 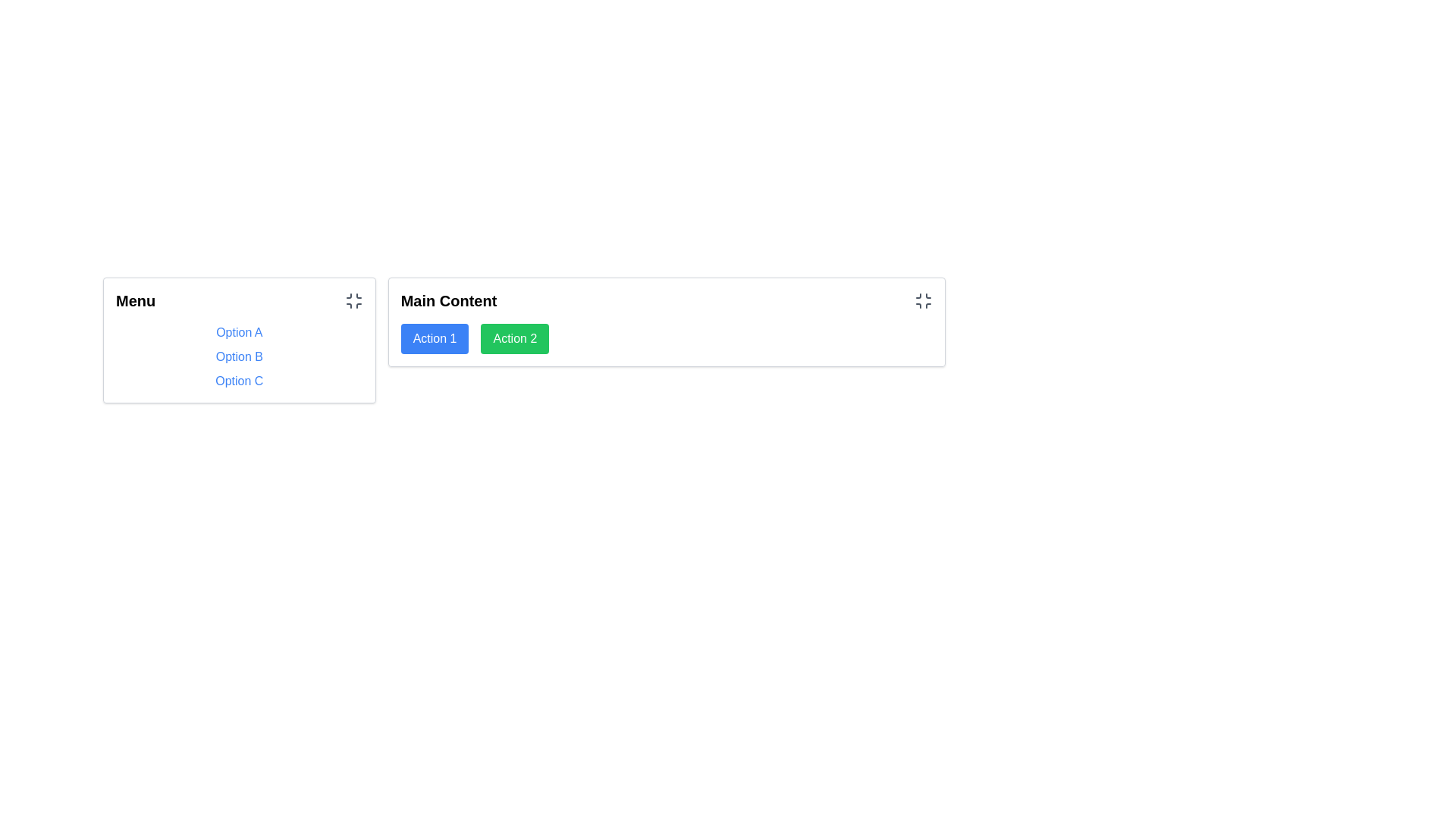 I want to click on the blue text link at the top of the 'Menu' list in the left panel, so click(x=238, y=332).